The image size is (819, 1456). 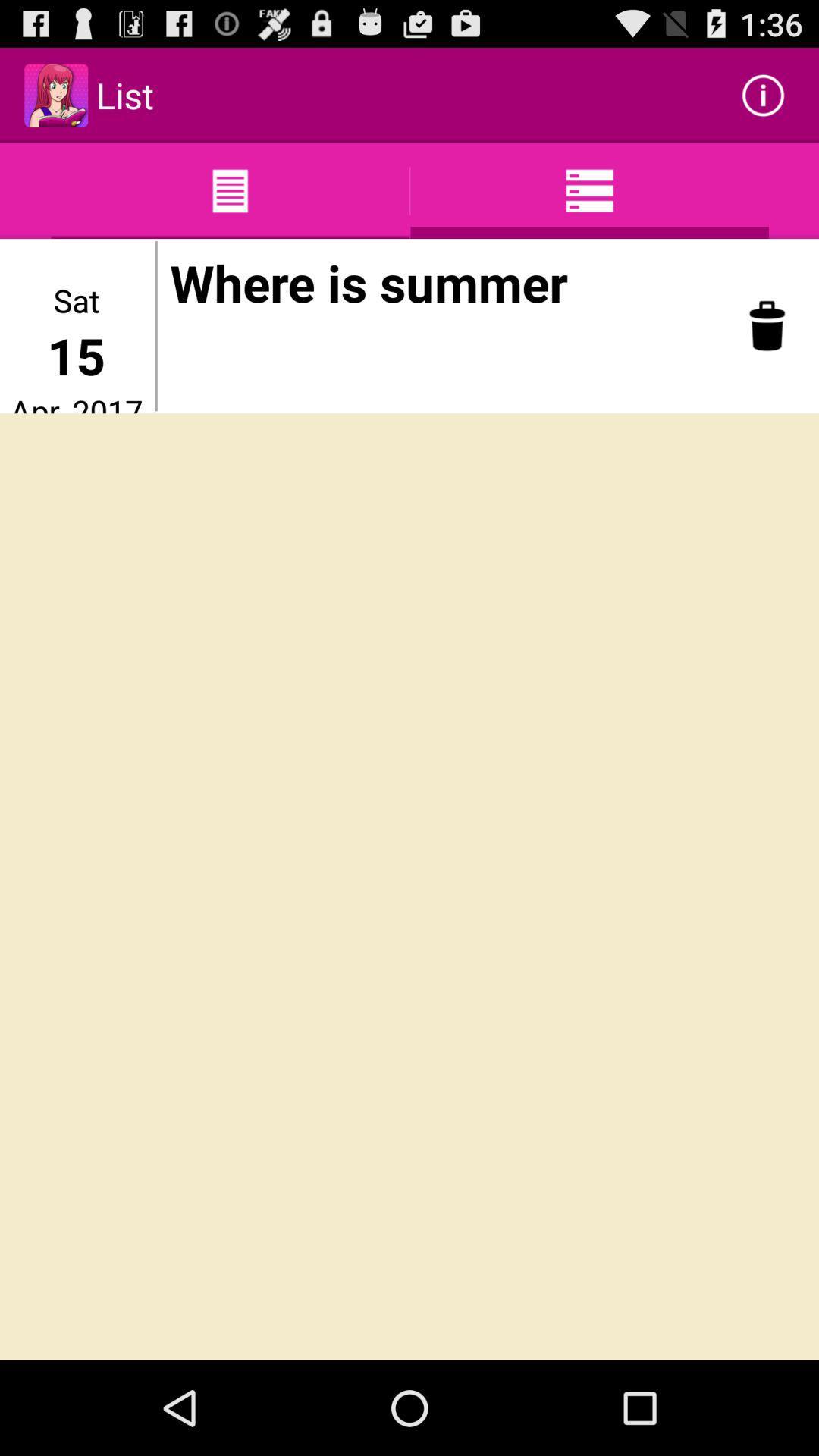 What do you see at coordinates (156, 325) in the screenshot?
I see `the icon next to the where is summer icon` at bounding box center [156, 325].